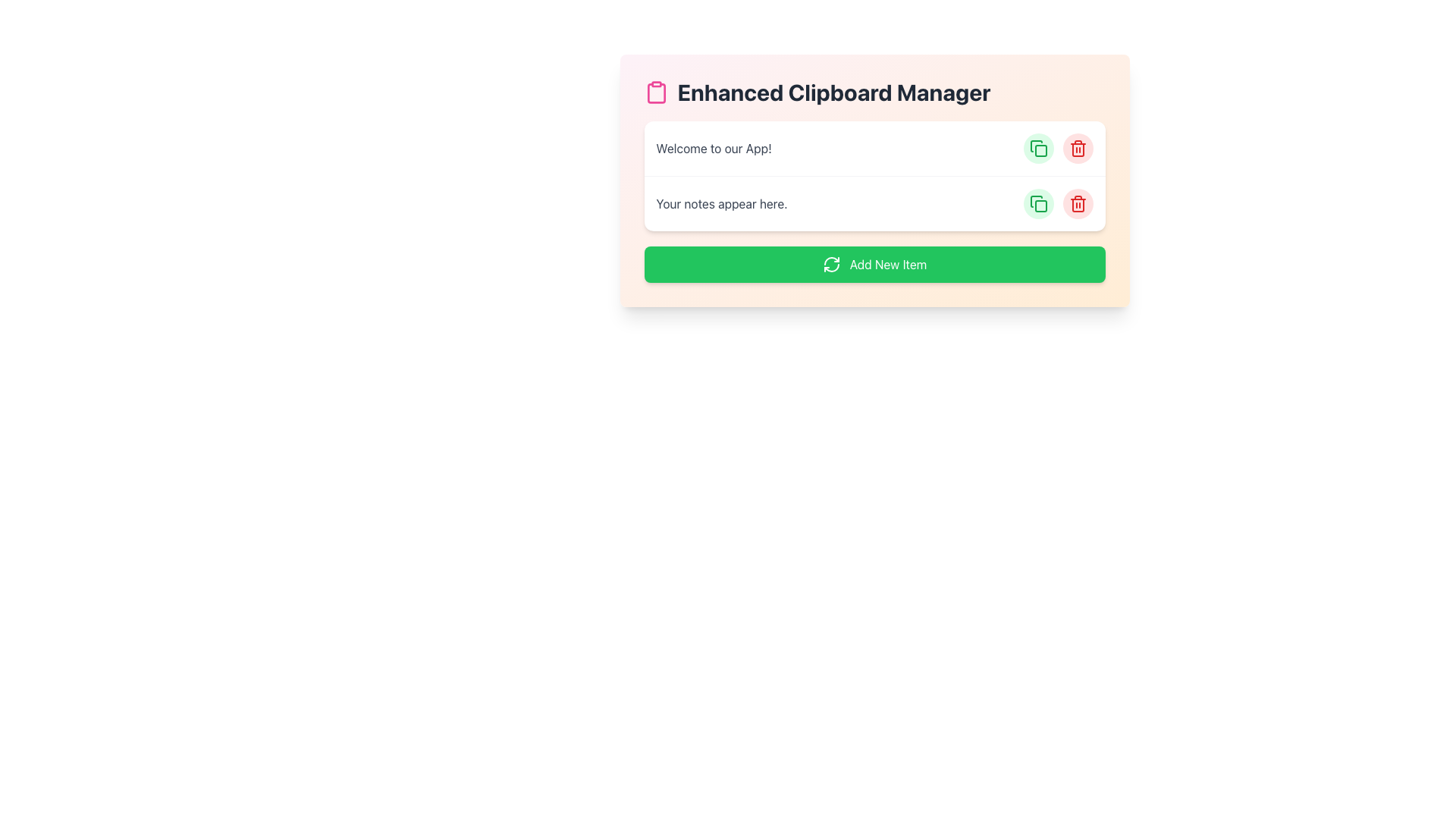 This screenshot has height=819, width=1456. Describe the element at coordinates (656, 93) in the screenshot. I see `the pink clipboard icon element located at the top-left corner next to the title 'Enhanced Clipboard Manager'` at that location.